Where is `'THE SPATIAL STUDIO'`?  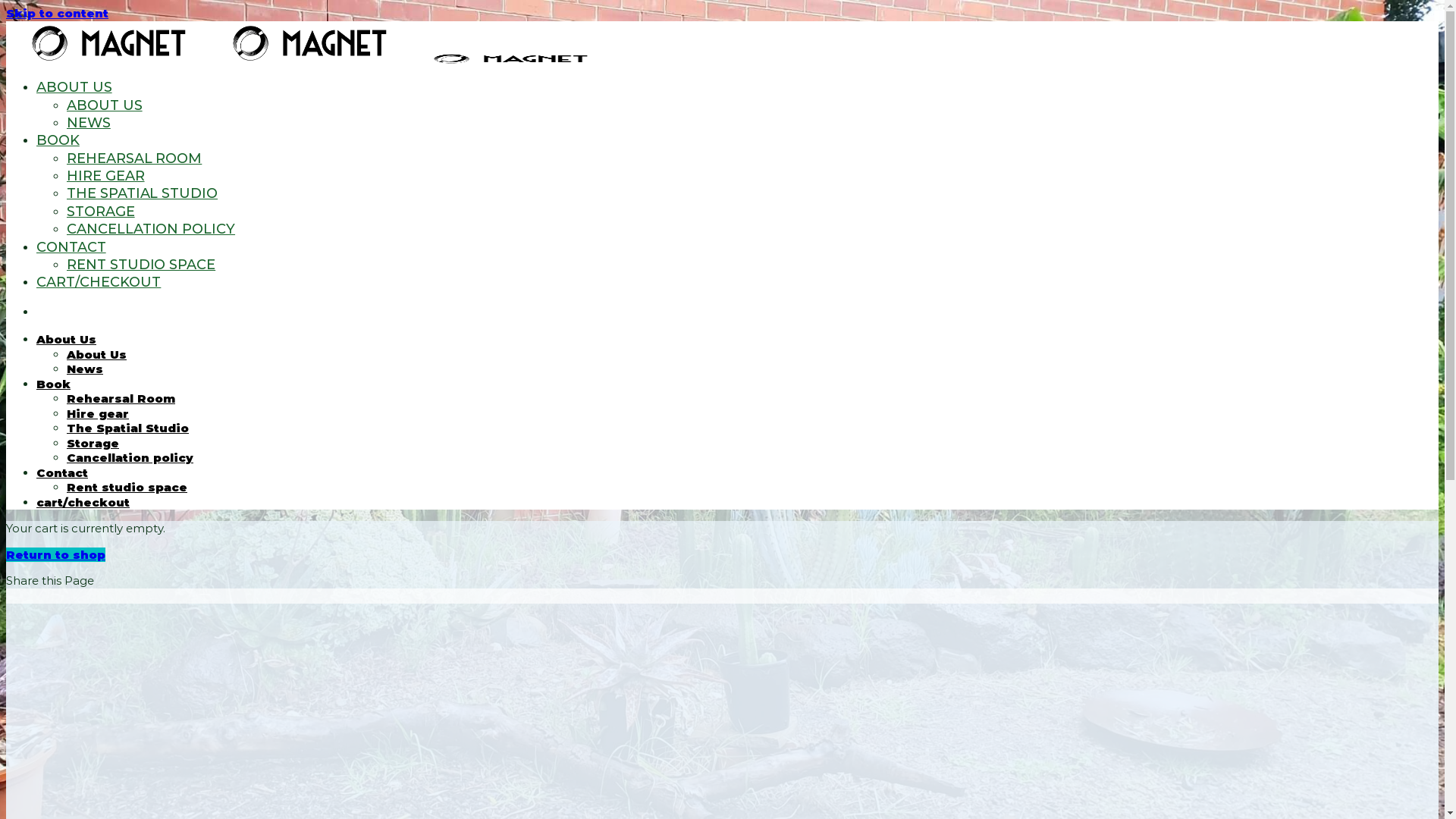 'THE SPATIAL STUDIO' is located at coordinates (65, 192).